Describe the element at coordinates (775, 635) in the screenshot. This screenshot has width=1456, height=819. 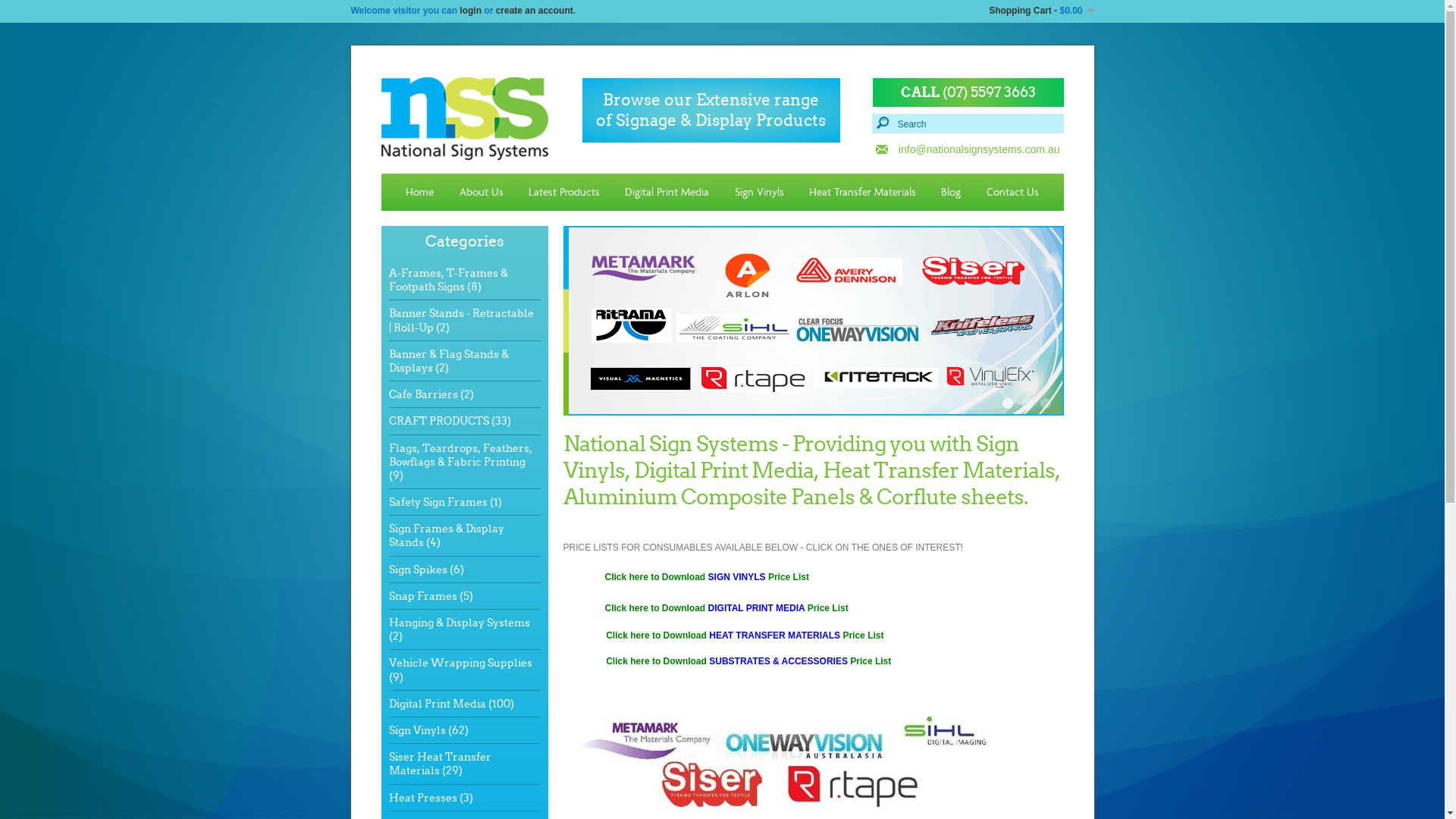
I see `'HEAT TRANSFER MATERIALS'` at that location.